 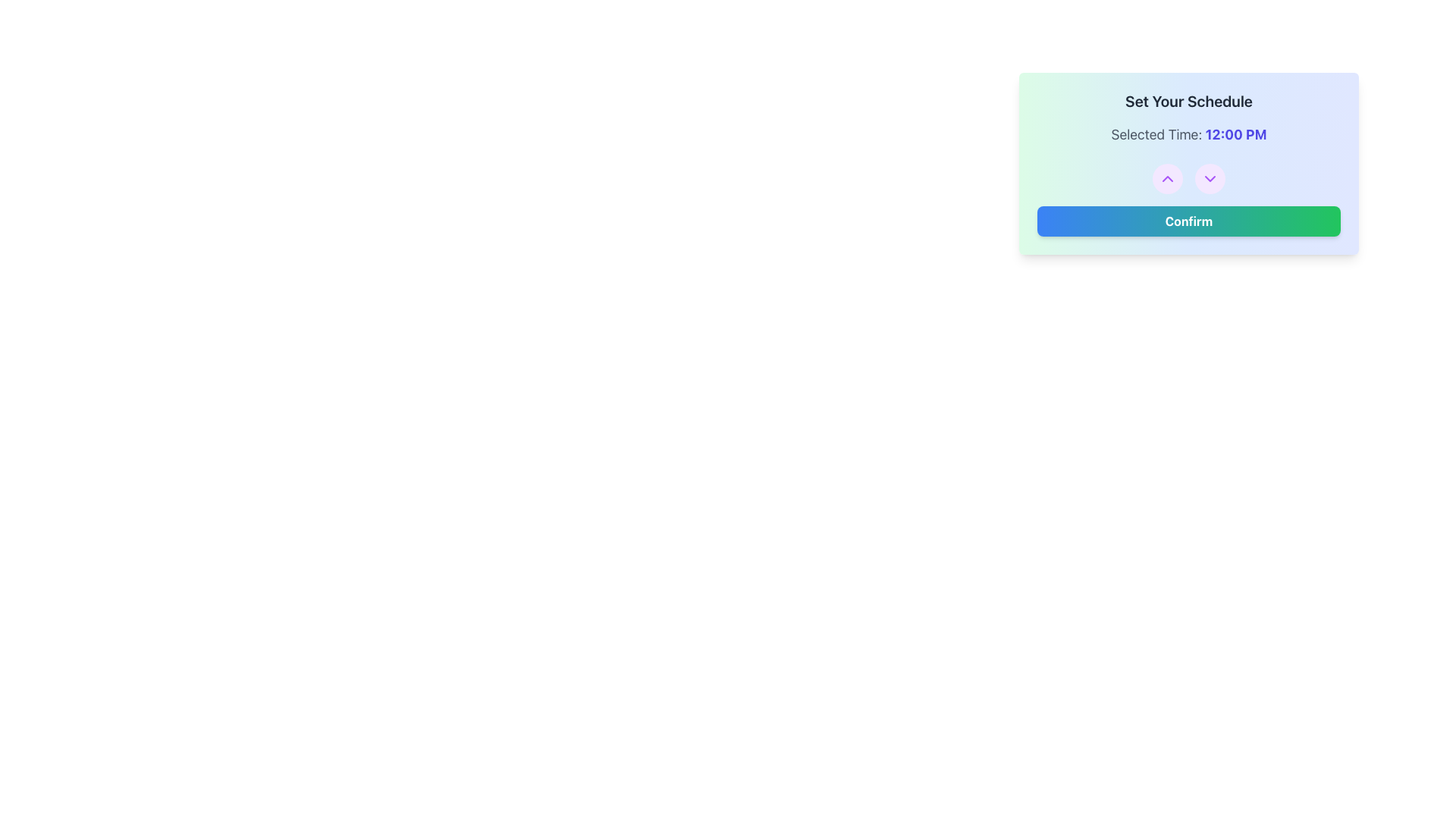 I want to click on the prominent text label displaying 'Set Your Schedule', which is styled with a bold font and medium-large size, located at the top of the schedule-setting section, so click(x=1188, y=102).